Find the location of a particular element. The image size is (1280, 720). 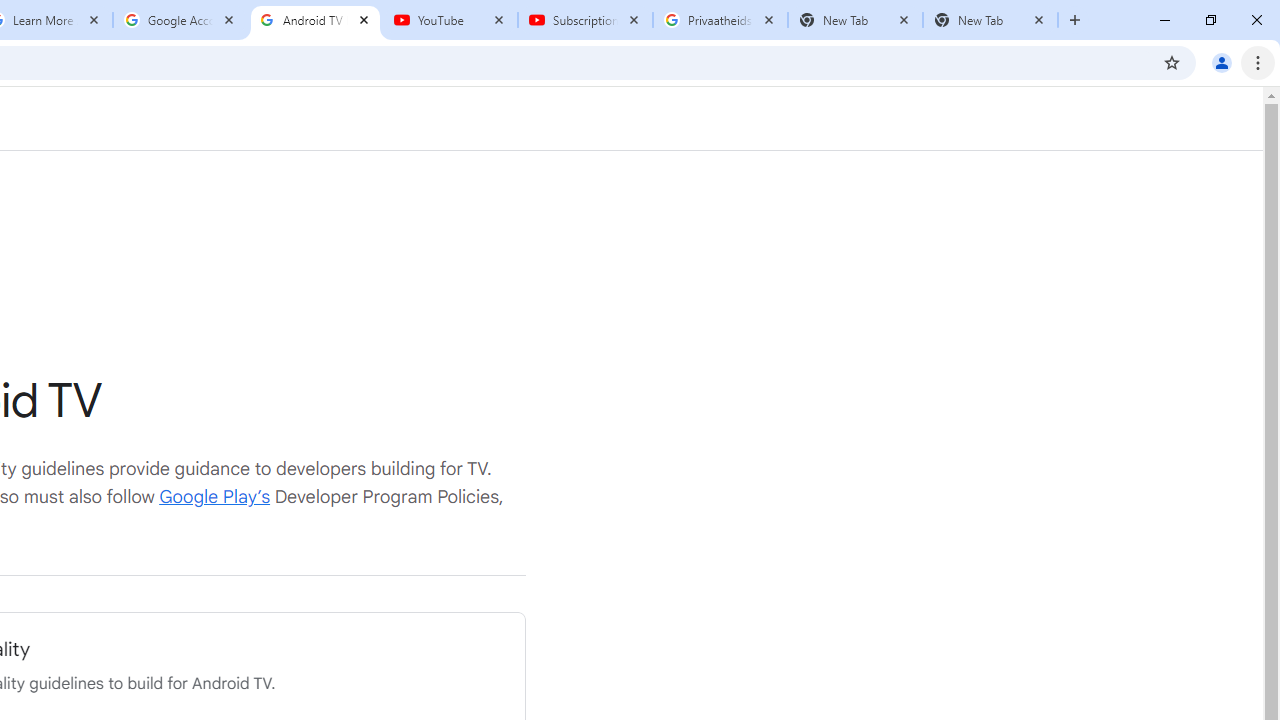

'Android TV Policies and Guidelines - Transparency Center' is located at coordinates (314, 20).